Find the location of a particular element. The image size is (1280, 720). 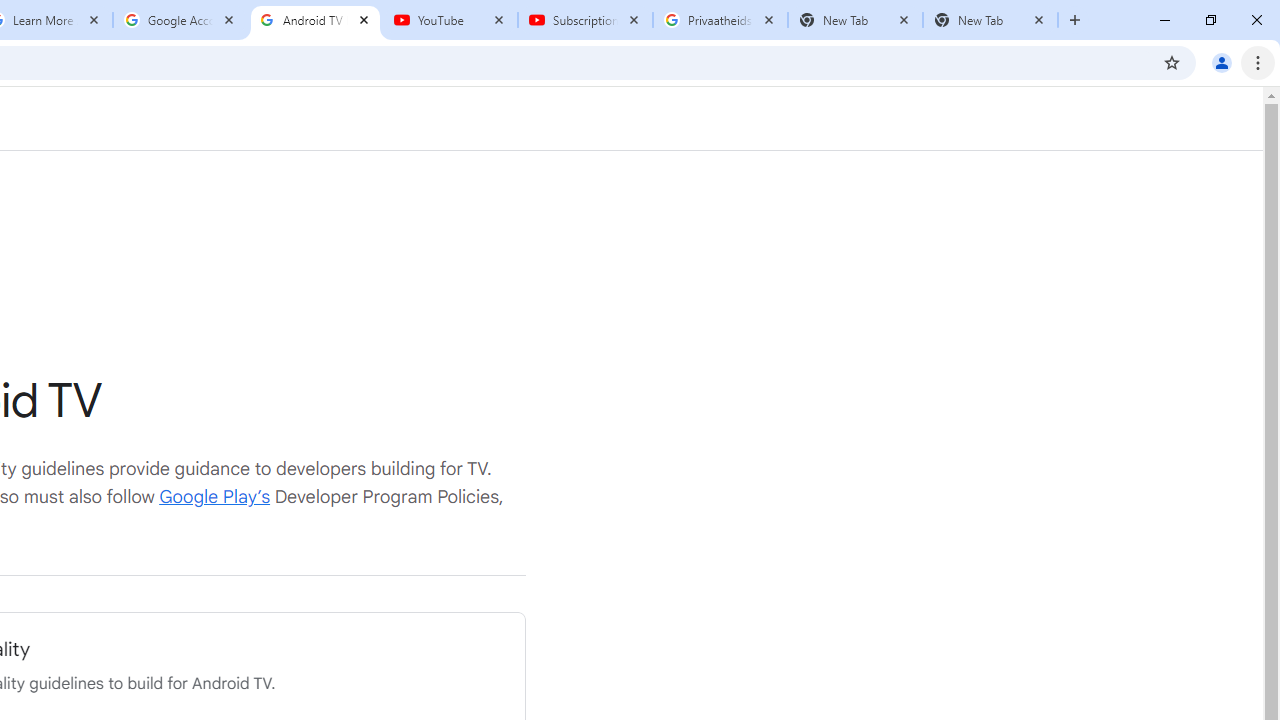

'Android TV Policies and Guidelines - Transparency Center' is located at coordinates (314, 20).